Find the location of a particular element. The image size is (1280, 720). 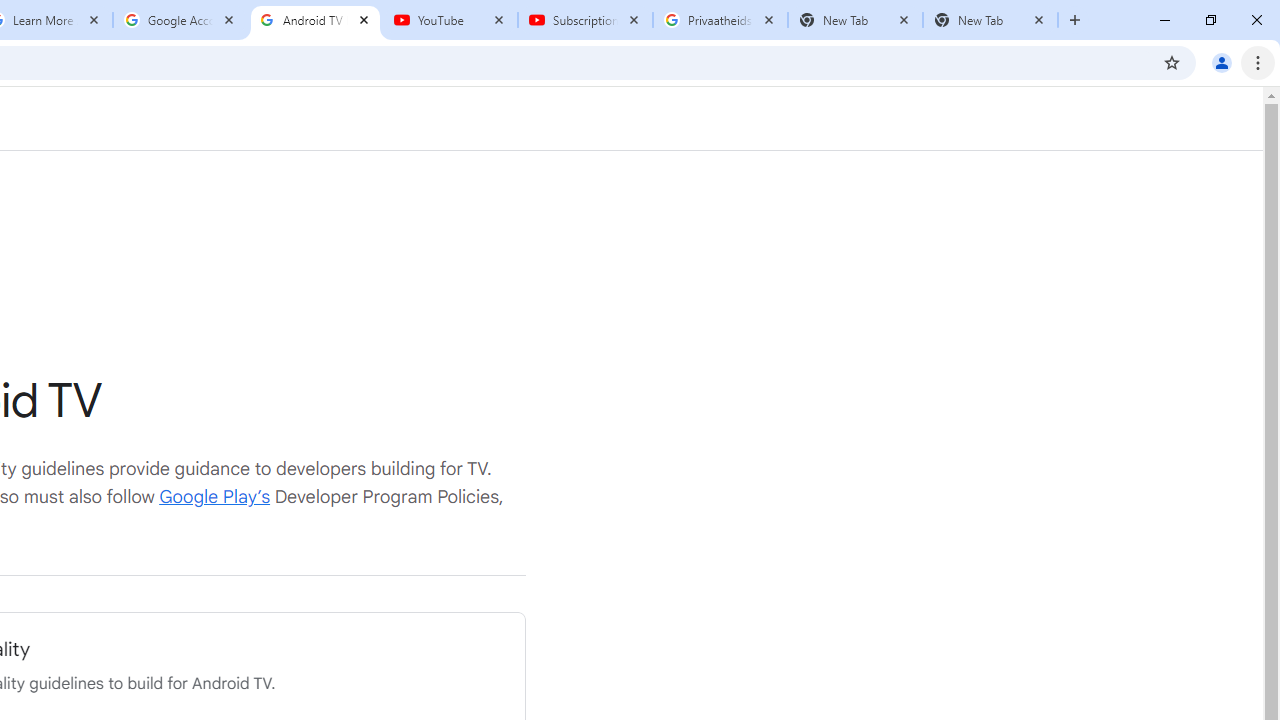

'Android TV Policies and Guidelines - Transparency Center' is located at coordinates (314, 20).